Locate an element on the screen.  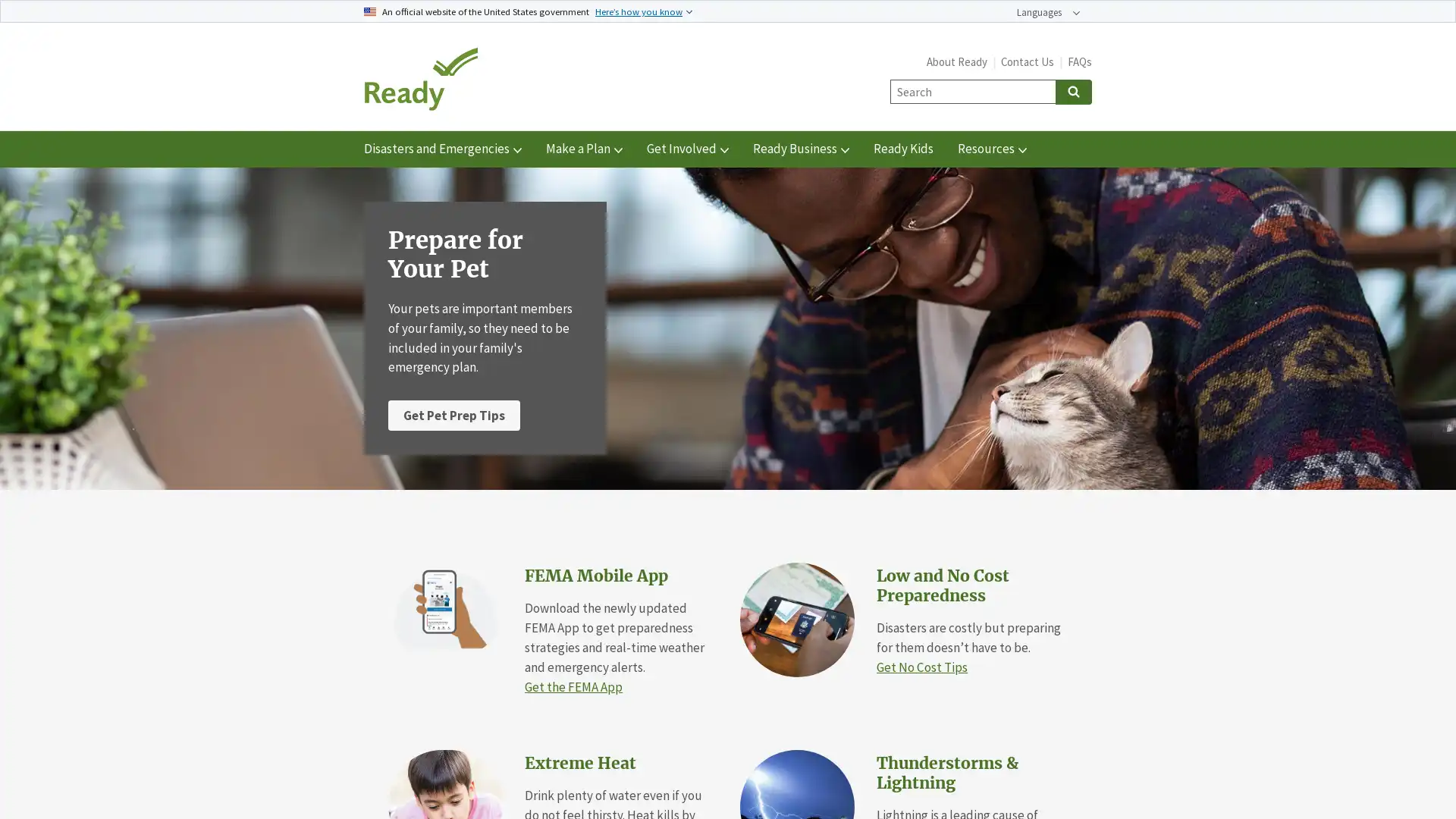
Heres how you know is located at coordinates (644, 11).